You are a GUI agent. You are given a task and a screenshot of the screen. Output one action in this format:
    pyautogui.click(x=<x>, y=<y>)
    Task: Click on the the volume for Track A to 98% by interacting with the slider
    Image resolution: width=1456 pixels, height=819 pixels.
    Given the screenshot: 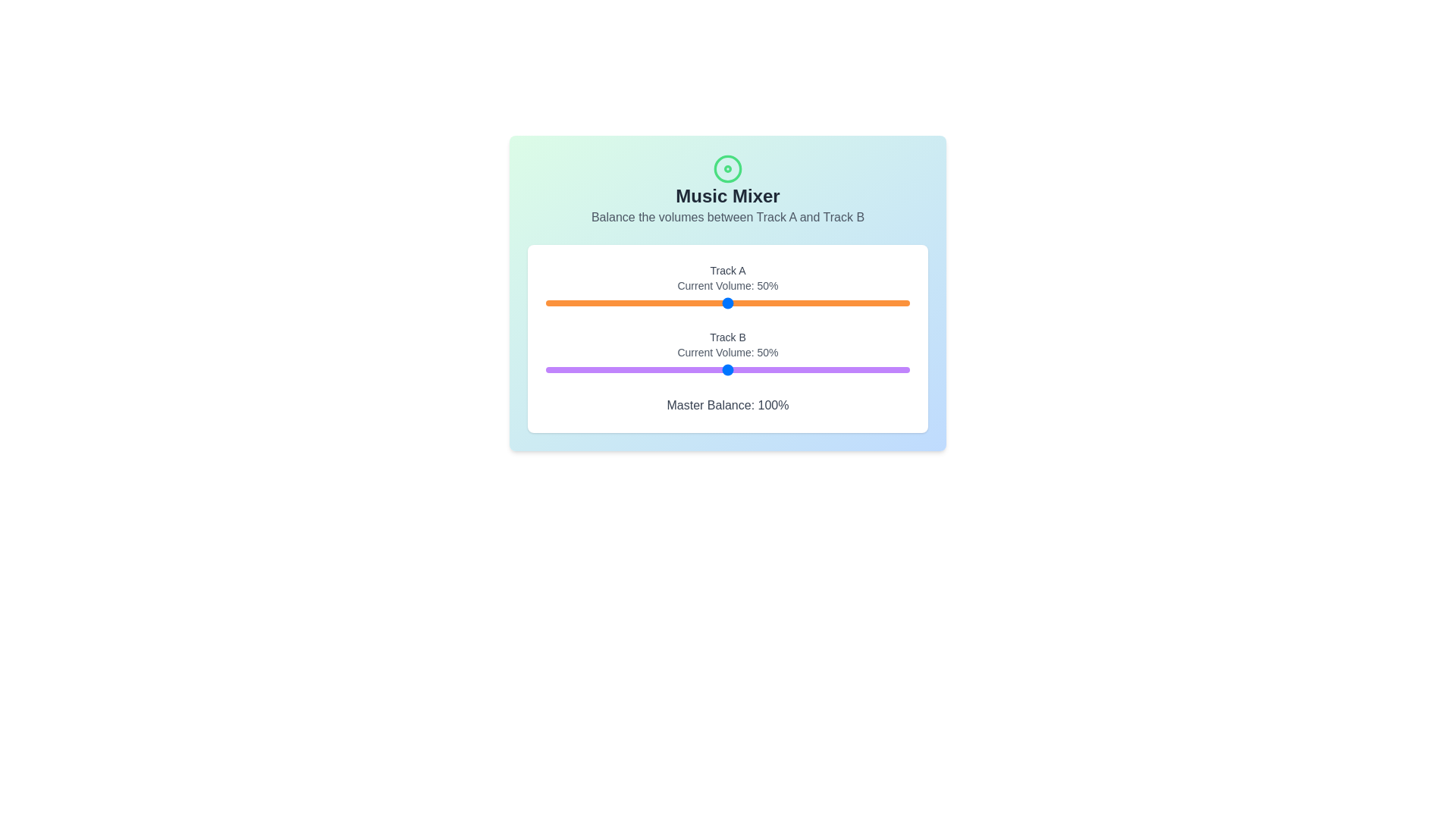 What is the action you would take?
    pyautogui.click(x=902, y=303)
    